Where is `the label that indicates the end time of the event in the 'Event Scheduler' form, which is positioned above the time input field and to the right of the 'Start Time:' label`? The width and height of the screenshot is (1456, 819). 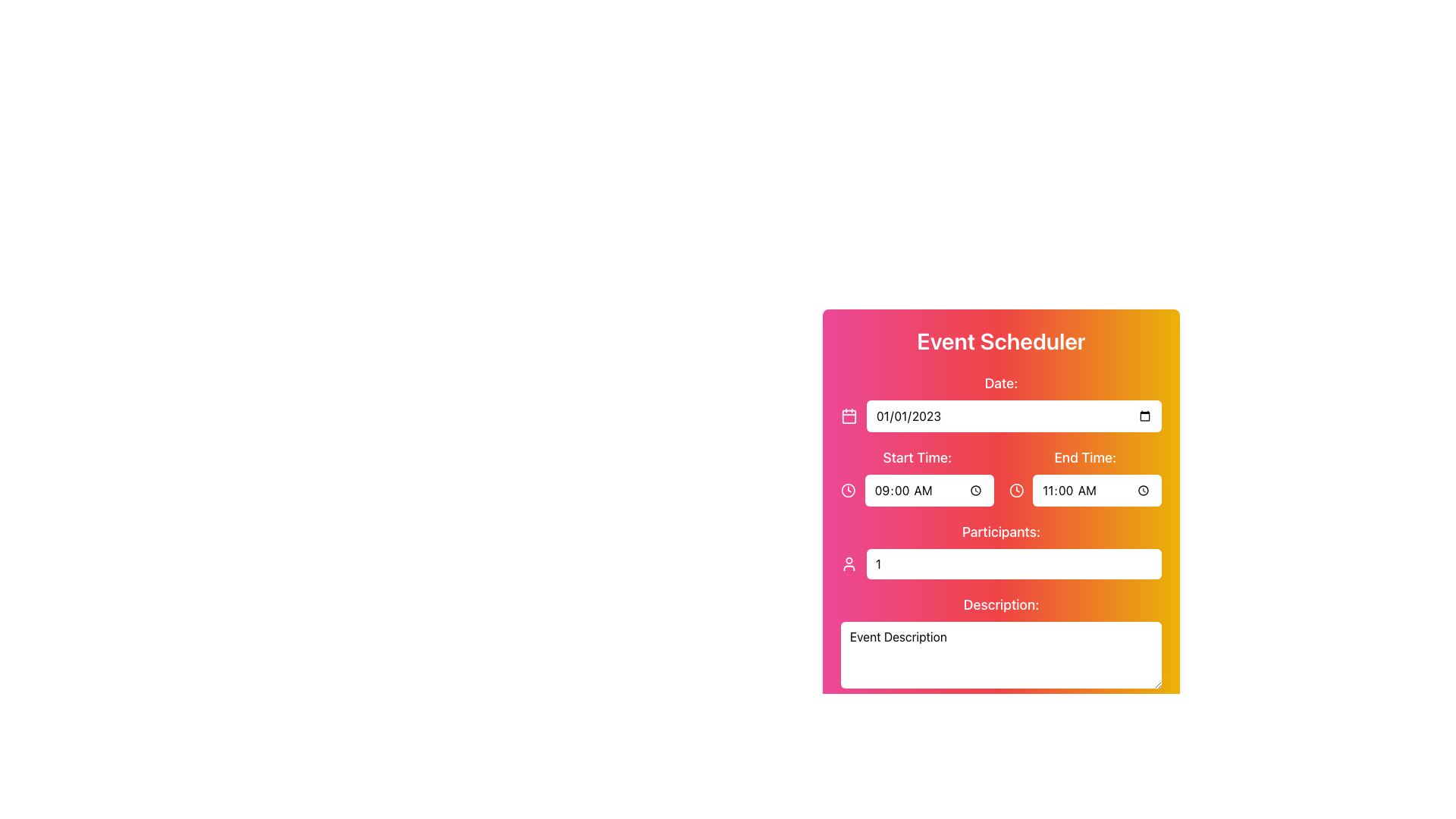
the label that indicates the end time of the event in the 'Event Scheduler' form, which is positioned above the time input field and to the right of the 'Start Time:' label is located at coordinates (1084, 457).